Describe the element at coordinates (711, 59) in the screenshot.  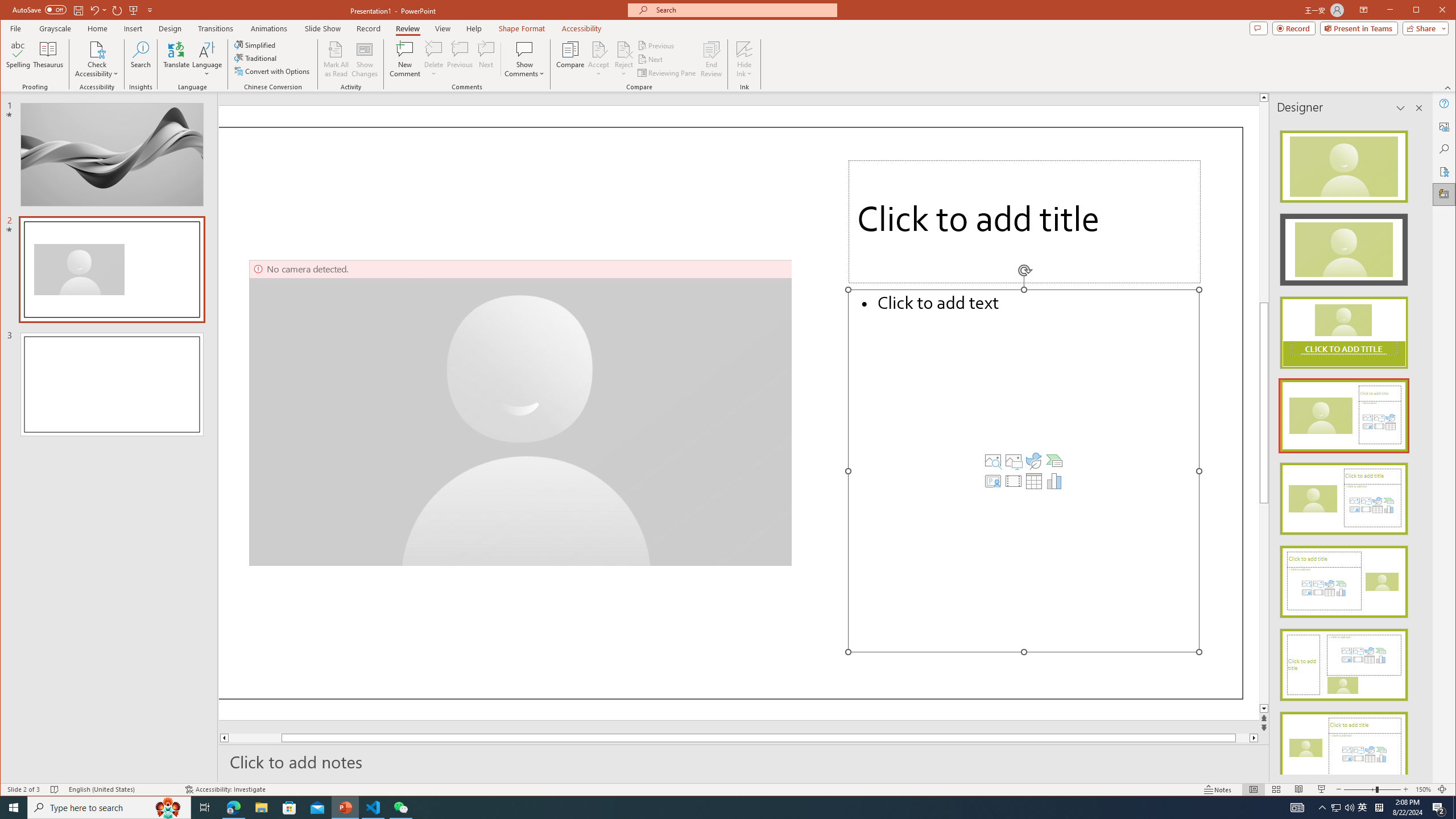
I see `'End Review'` at that location.